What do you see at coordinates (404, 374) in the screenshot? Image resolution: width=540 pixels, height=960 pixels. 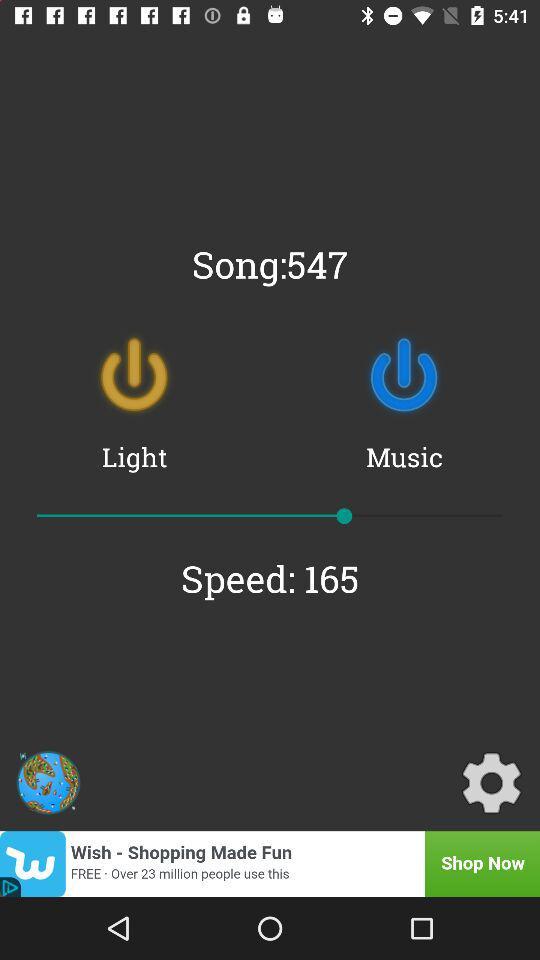 I see `the icon below song:547` at bounding box center [404, 374].